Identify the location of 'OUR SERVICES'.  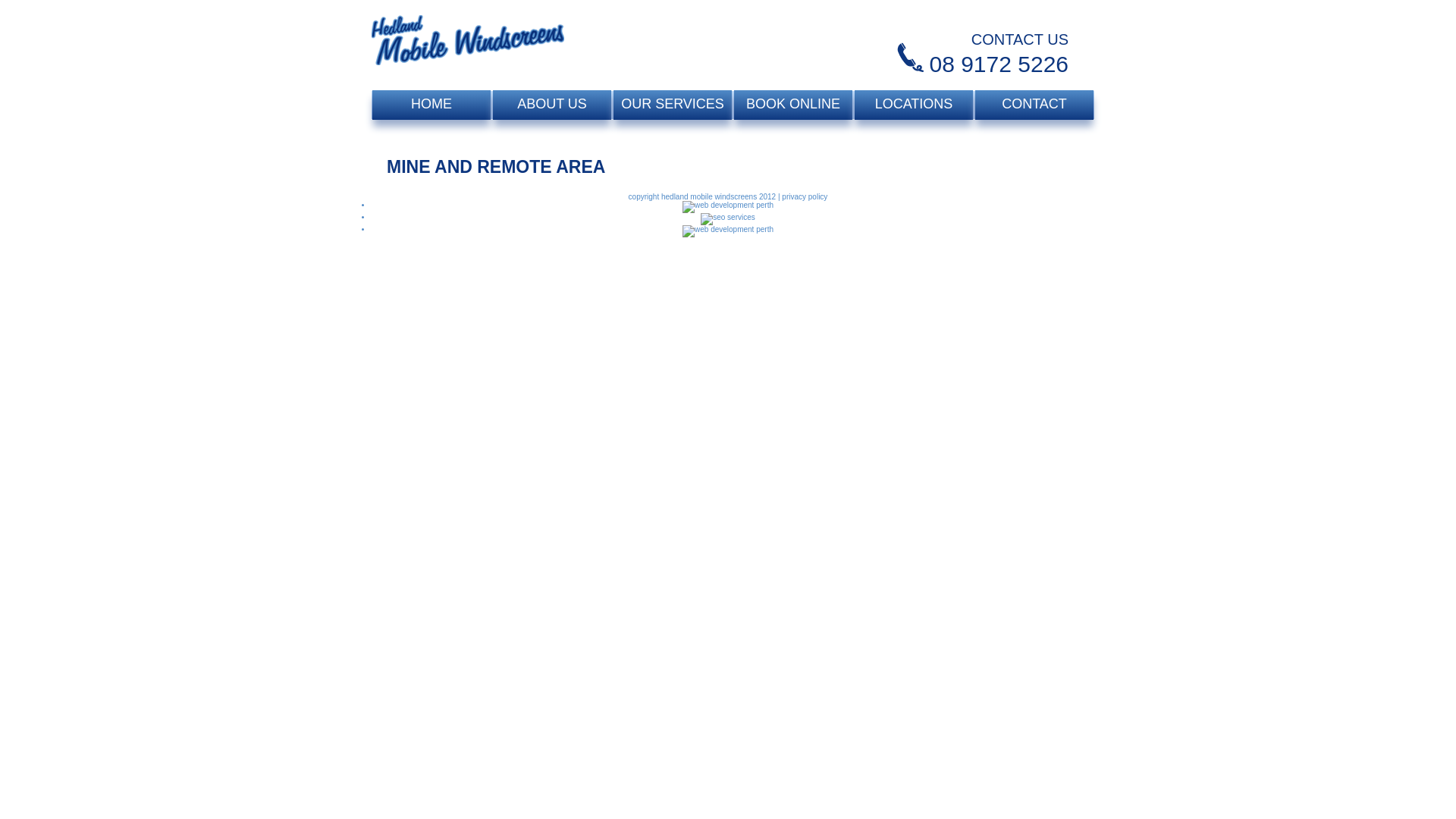
(672, 104).